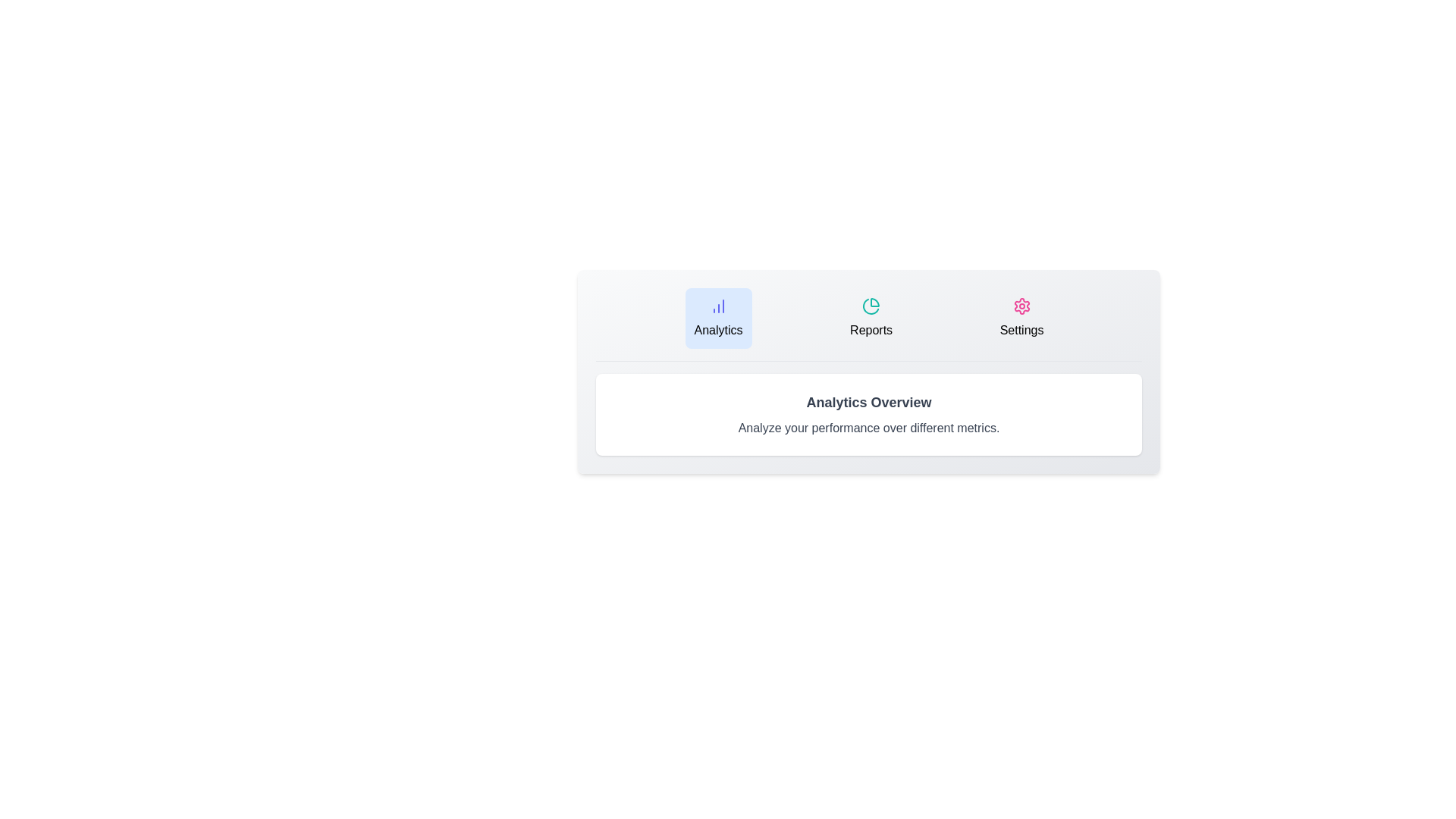 Image resolution: width=1456 pixels, height=819 pixels. Describe the element at coordinates (871, 318) in the screenshot. I see `the tab labeled Reports to switch to its content` at that location.